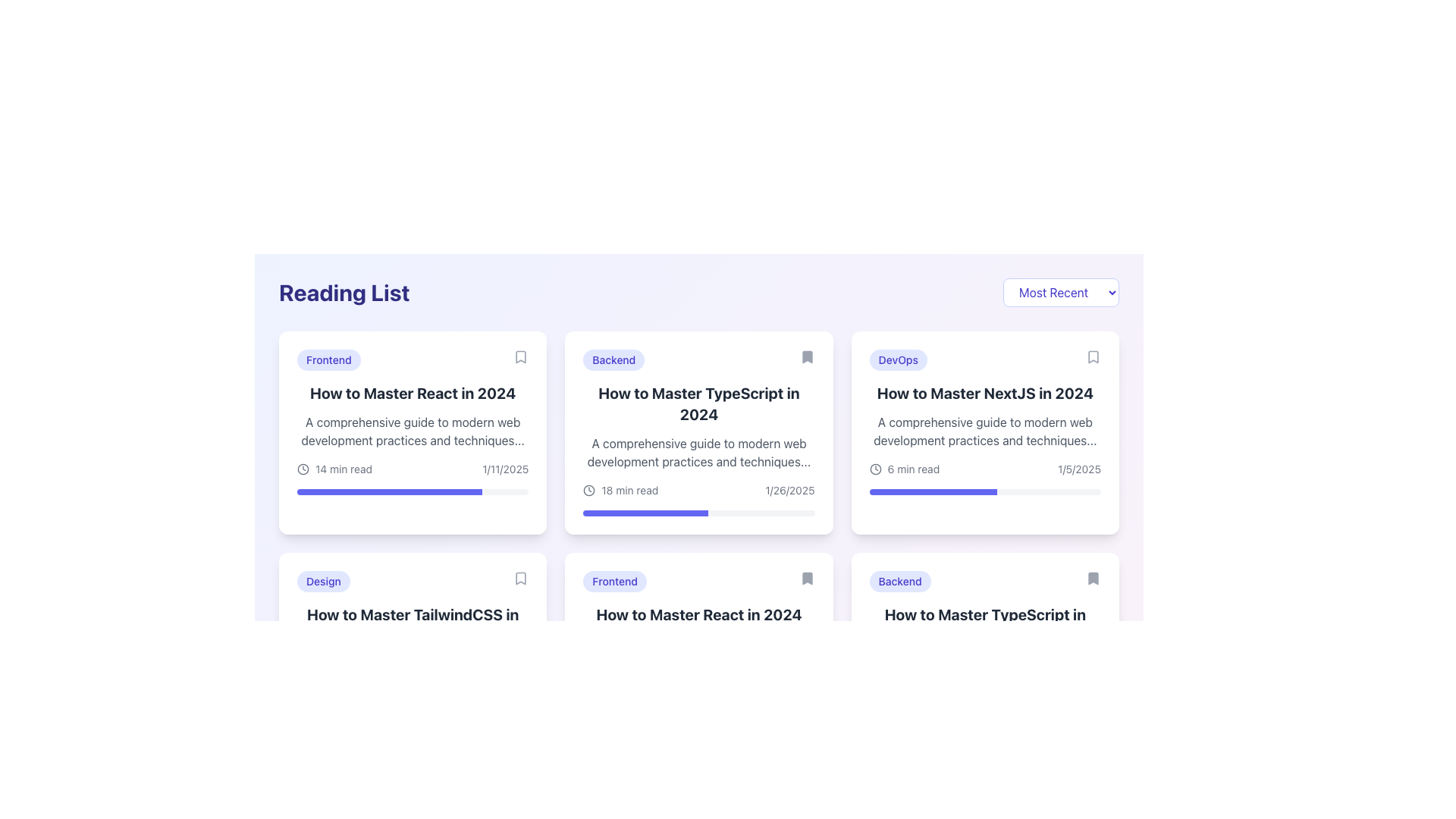 This screenshot has height=819, width=1456. Describe the element at coordinates (334, 468) in the screenshot. I see `the read-time indicator element, which consists of a clock icon and the text '14 min read', located at the bottom left corner of the card labeled 'How to Master React in 2024'` at that location.